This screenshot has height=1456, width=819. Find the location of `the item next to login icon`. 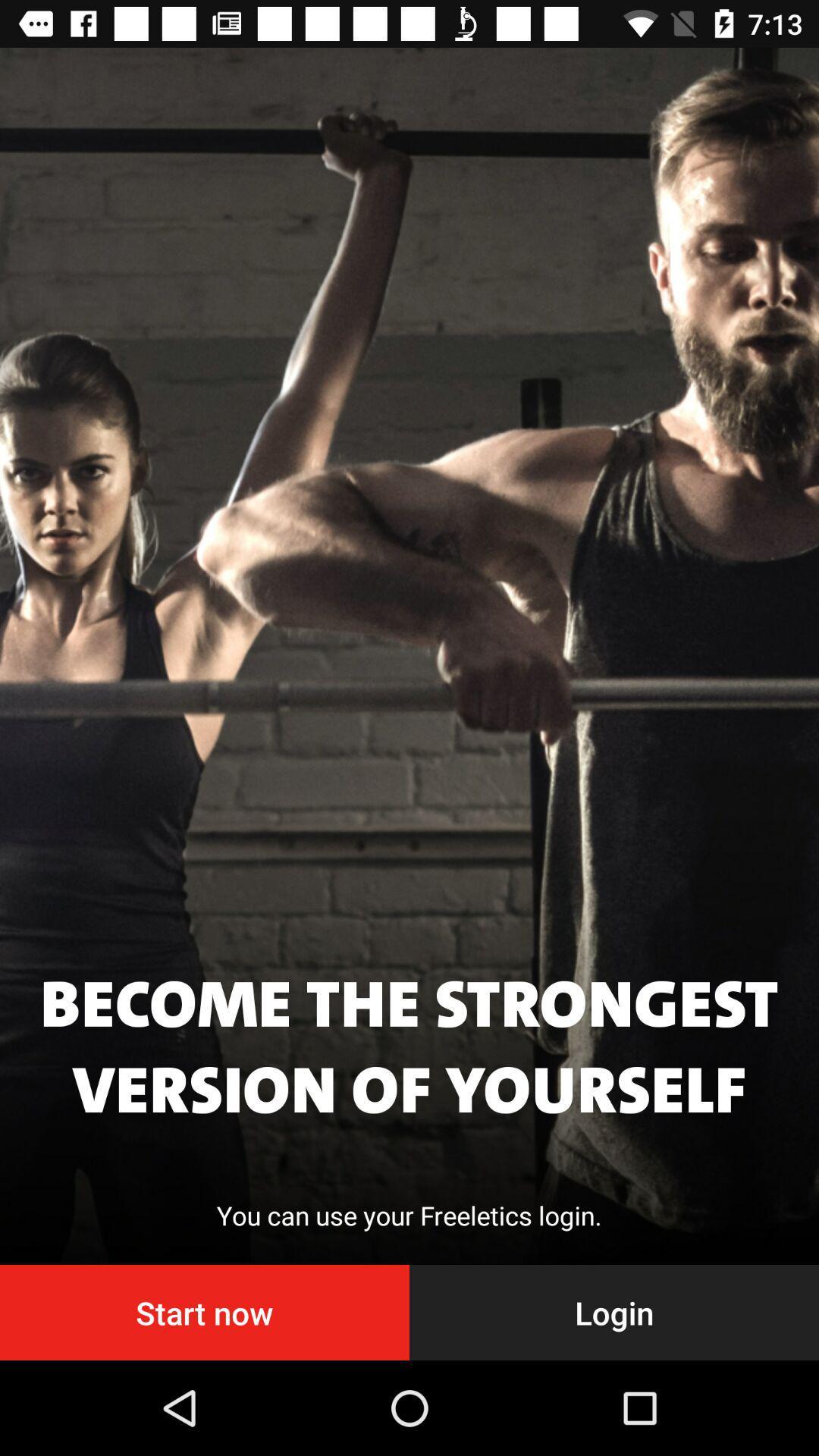

the item next to login icon is located at coordinates (205, 1312).